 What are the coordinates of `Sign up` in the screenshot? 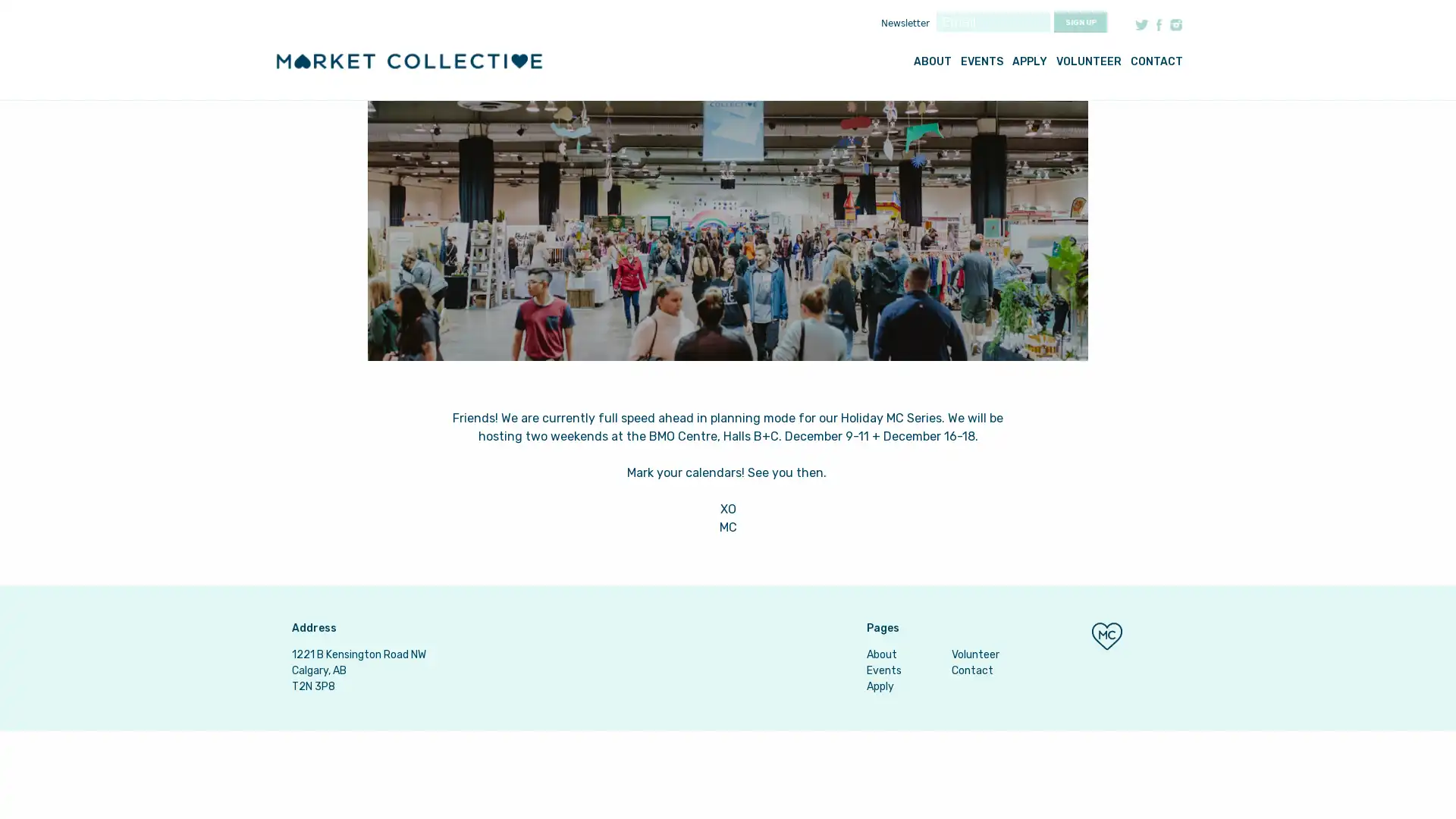 It's located at (1080, 22).